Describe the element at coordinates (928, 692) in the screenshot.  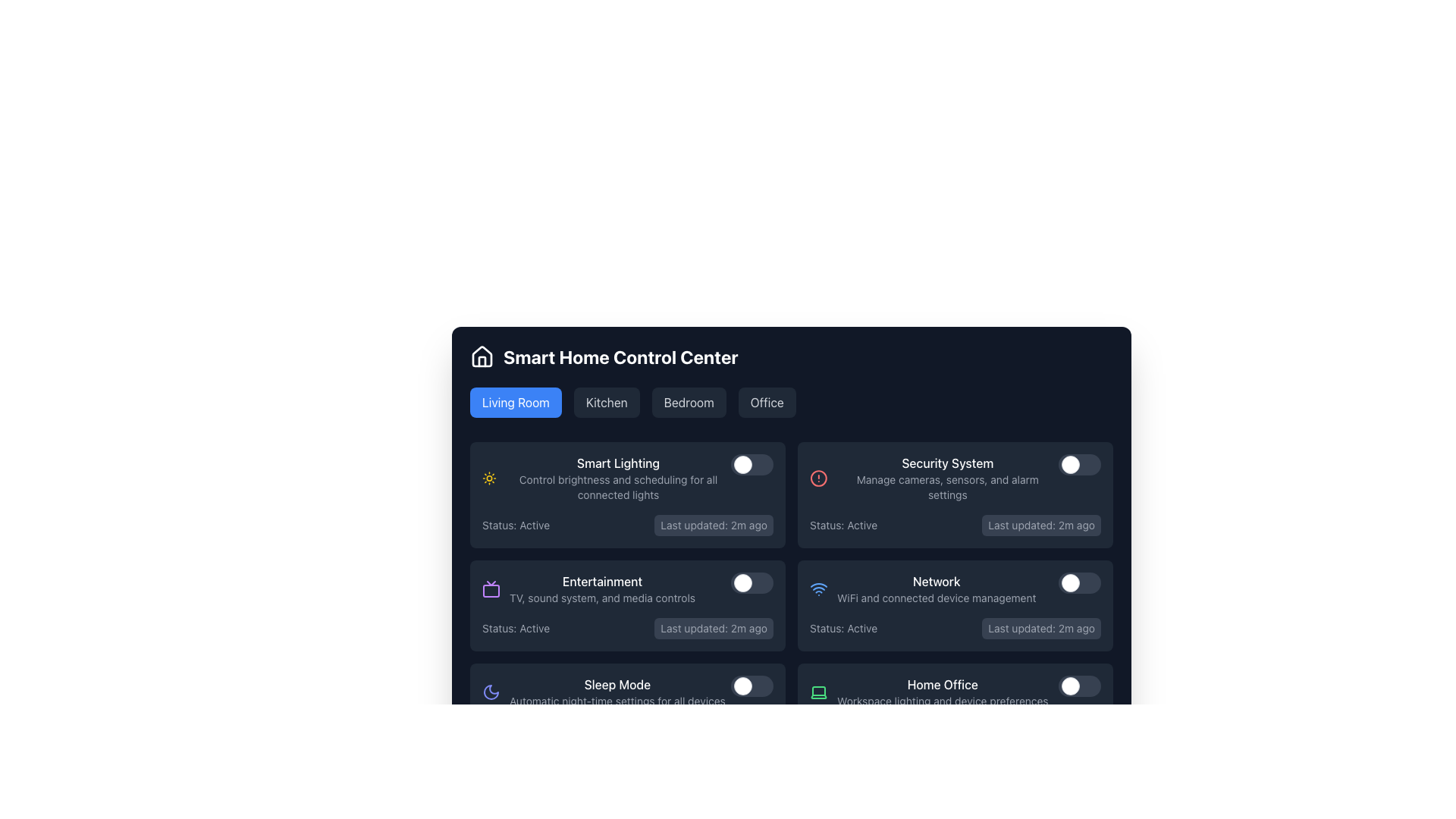
I see `the Informational Text Block with Icon that serves as a label for the 'Home Office' settings, located in the bottom row of the interface's grid layout` at that location.